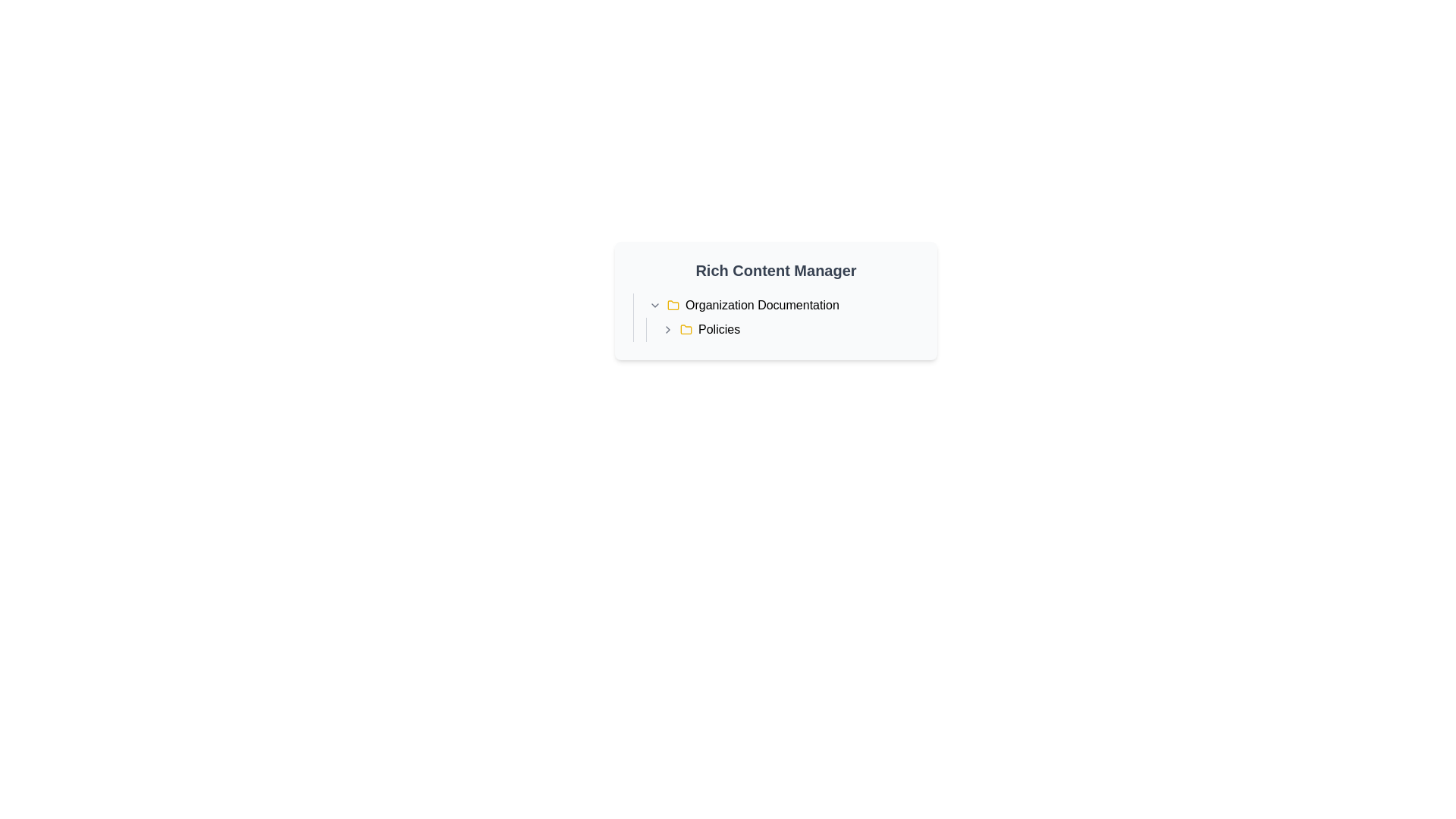  Describe the element at coordinates (783, 305) in the screenshot. I see `the 'Organization Documentation' list item, which is styled as a compact row with a yellow folder icon on the left` at that location.